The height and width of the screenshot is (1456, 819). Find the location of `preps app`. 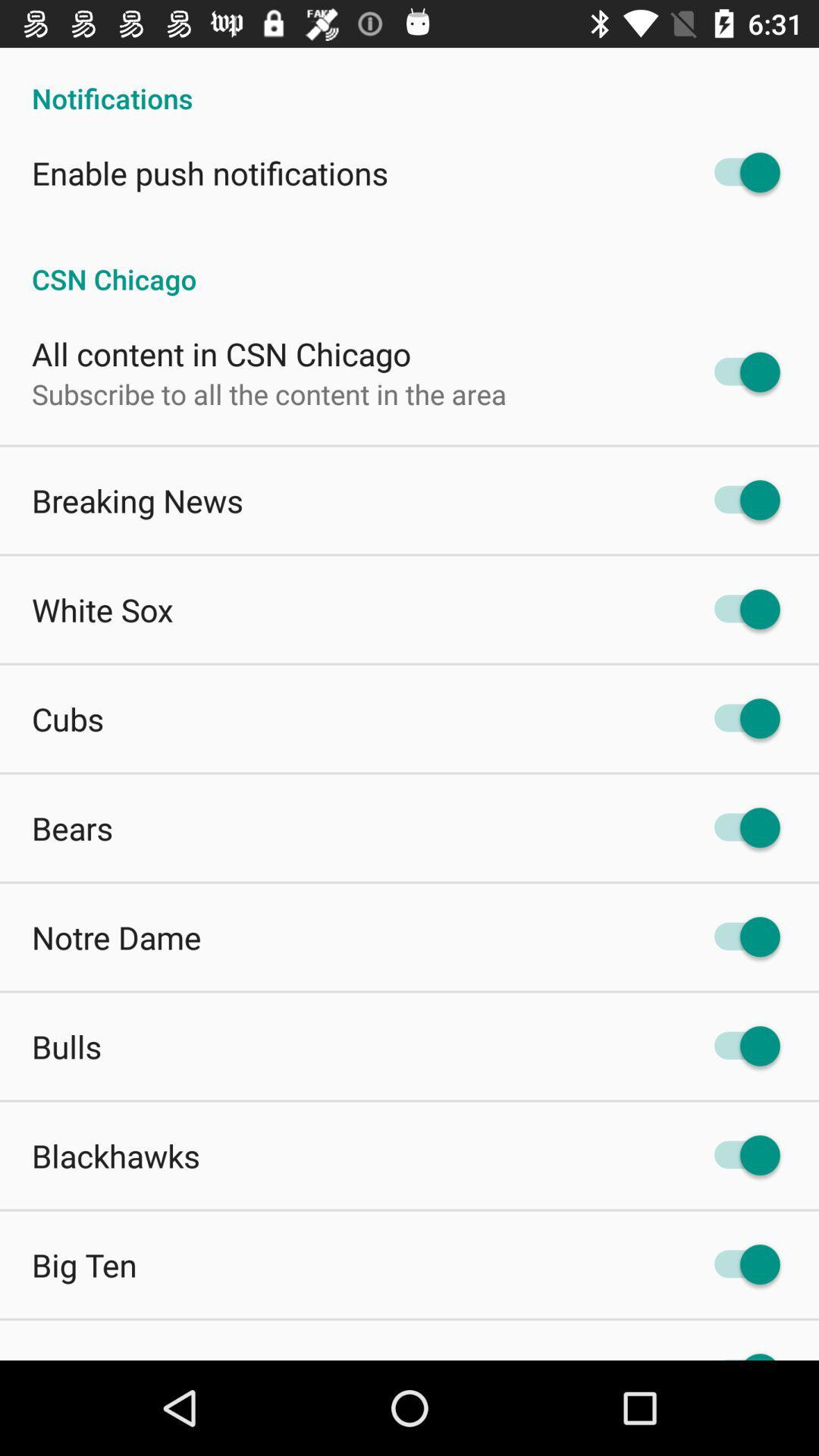

preps app is located at coordinates (72, 1356).